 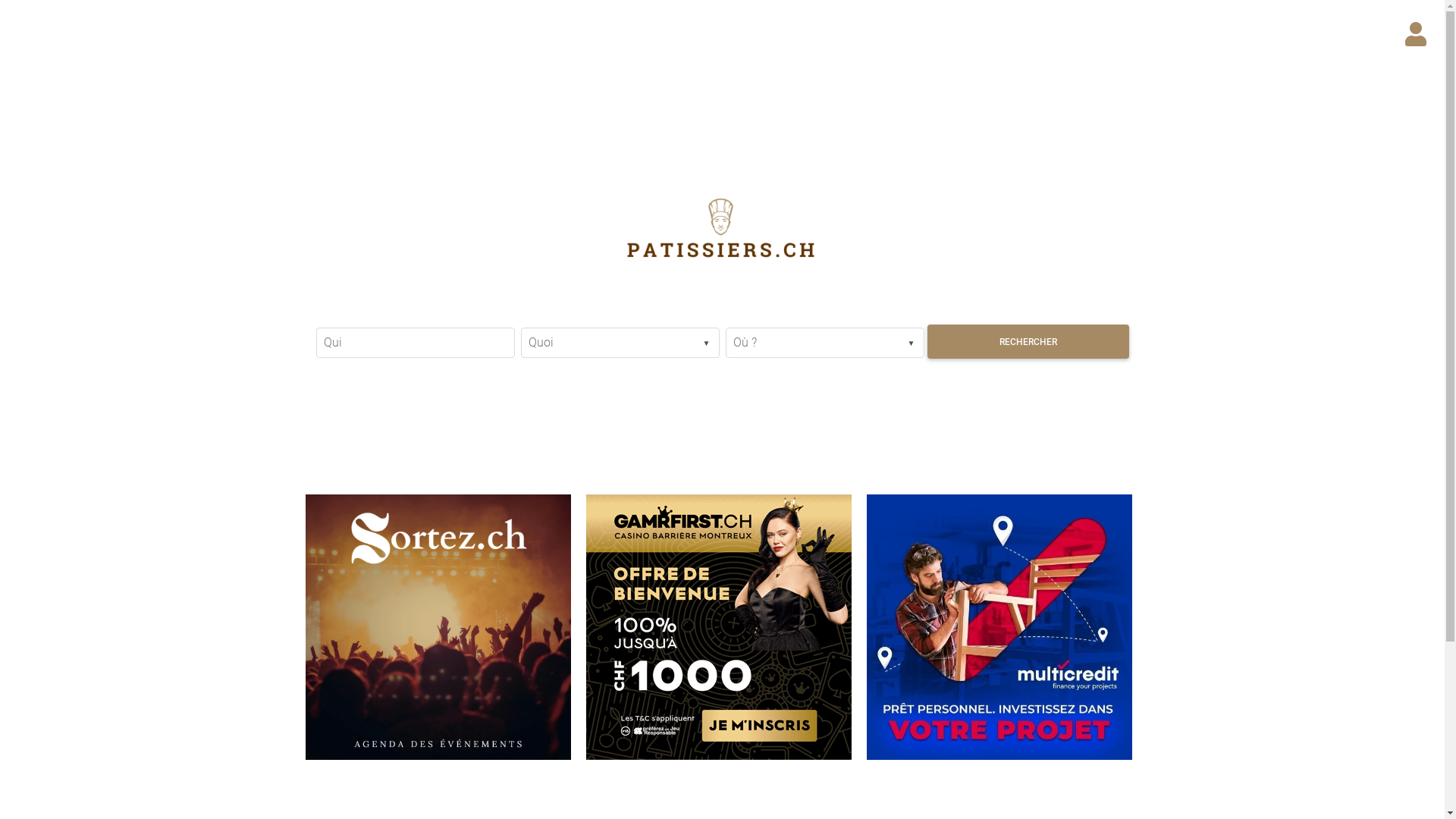 I want to click on 'RECHERCHER', so click(x=1027, y=341).